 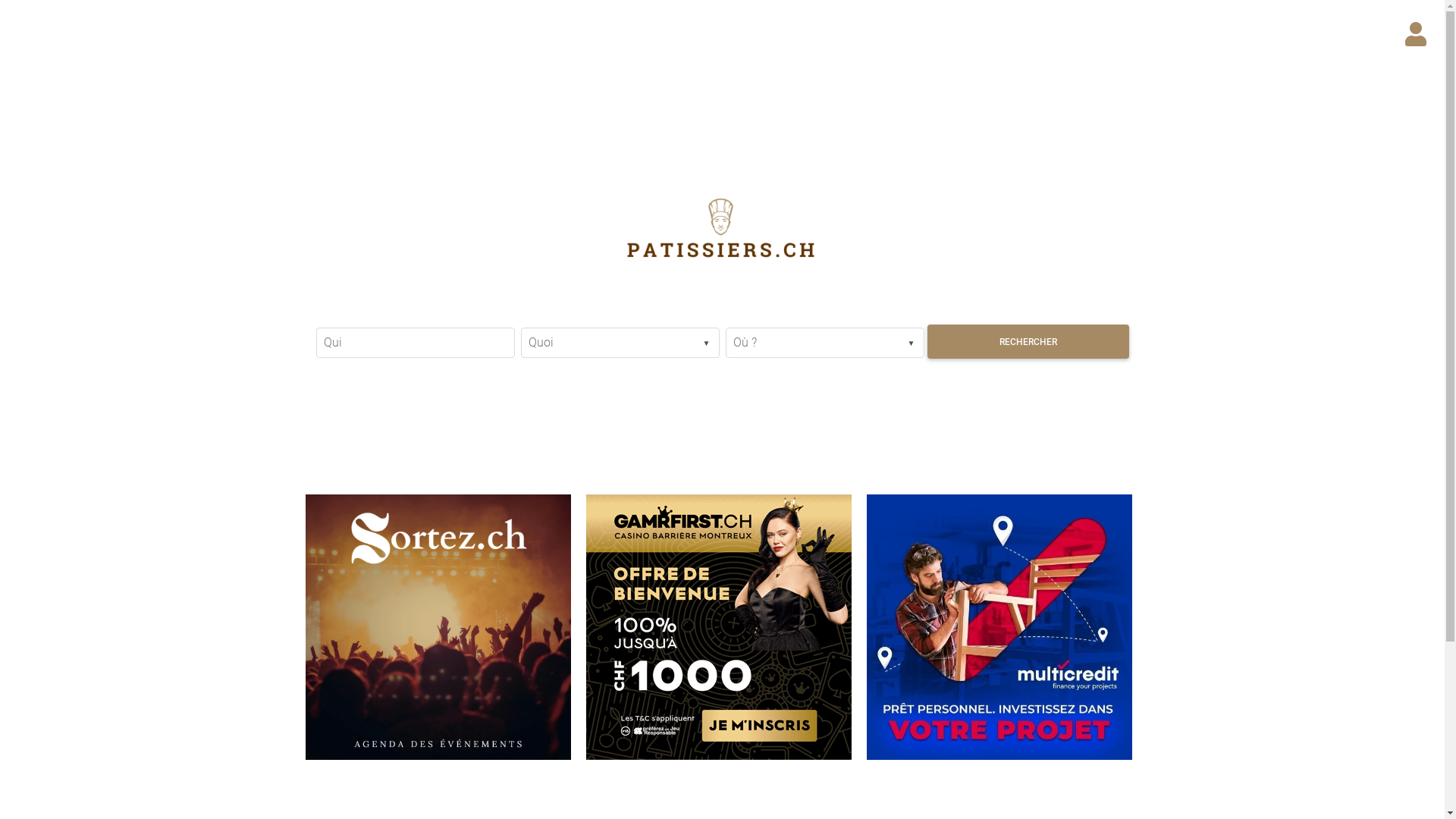 I want to click on 'RECHERCHER', so click(x=1027, y=341).